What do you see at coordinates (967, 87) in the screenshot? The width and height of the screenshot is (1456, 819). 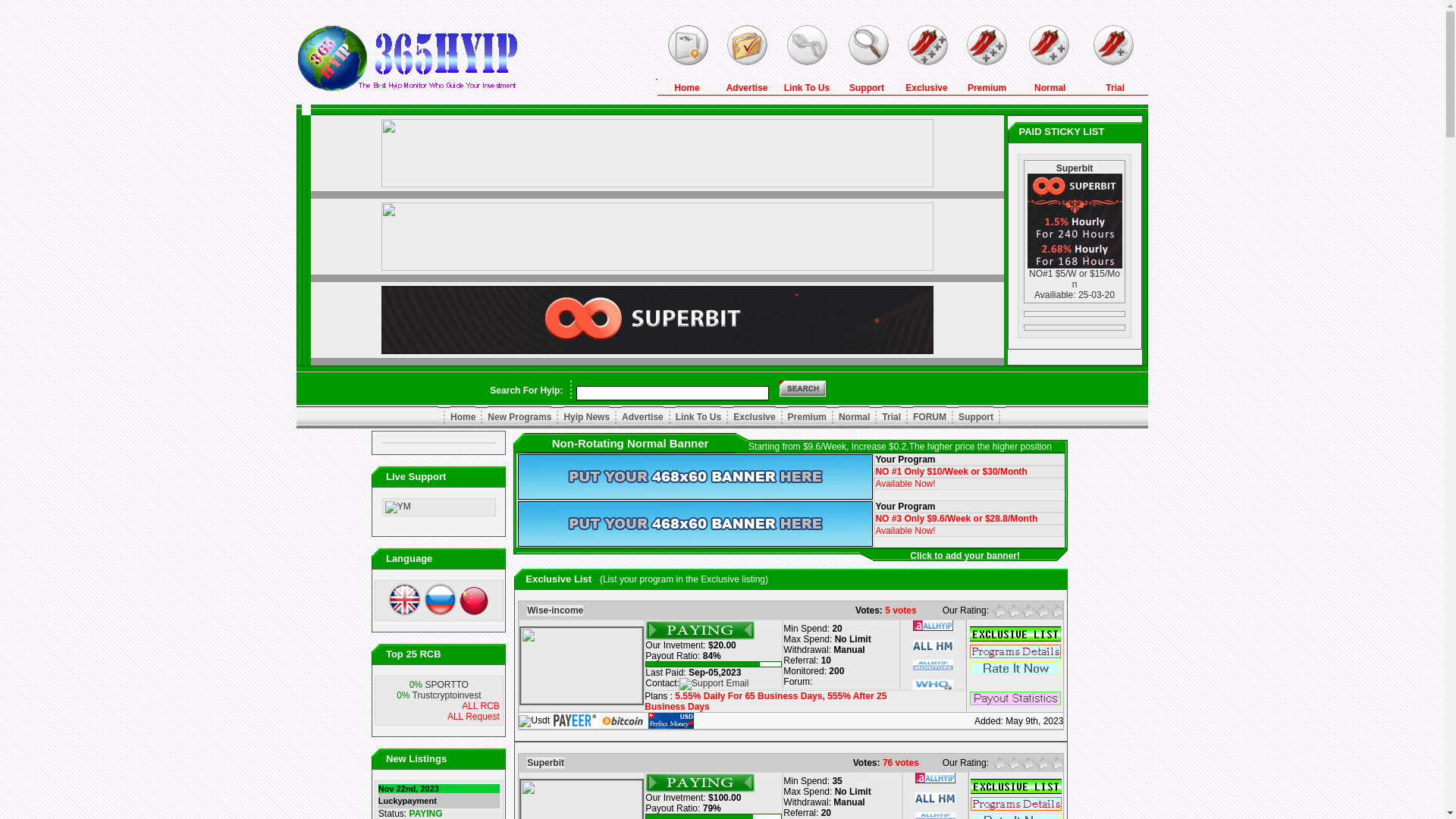 I see `'Premium'` at bounding box center [967, 87].